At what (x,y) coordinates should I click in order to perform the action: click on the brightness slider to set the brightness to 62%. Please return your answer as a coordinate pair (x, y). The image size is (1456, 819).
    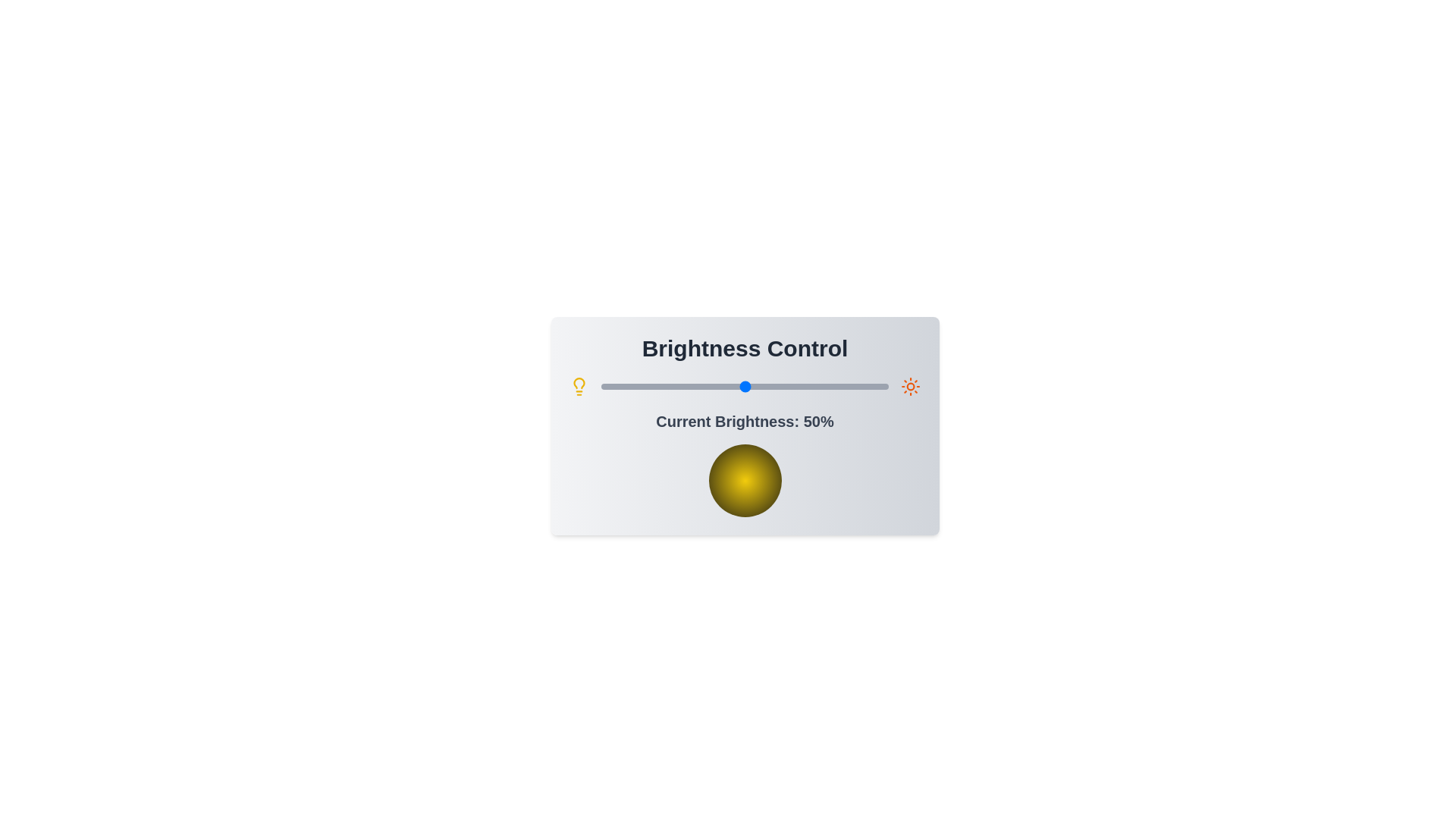
    Looking at the image, I should click on (779, 385).